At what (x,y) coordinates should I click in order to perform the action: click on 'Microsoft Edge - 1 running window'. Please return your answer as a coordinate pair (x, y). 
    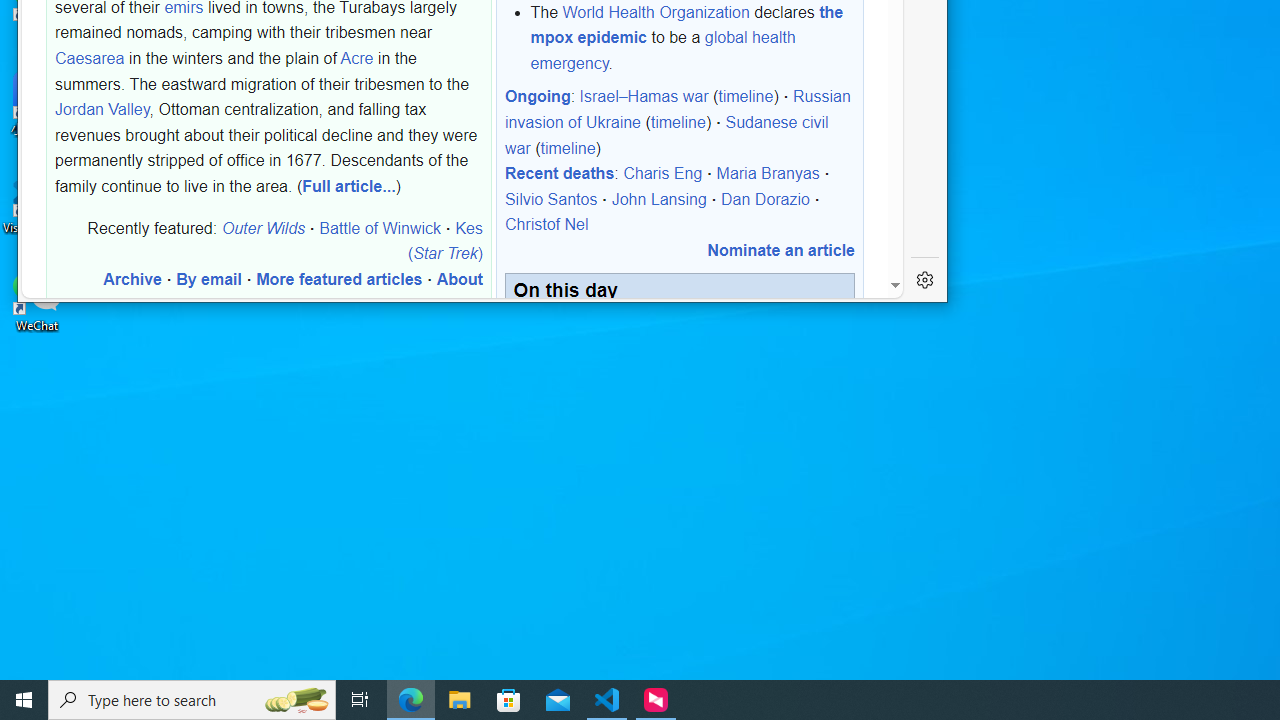
    Looking at the image, I should click on (410, 698).